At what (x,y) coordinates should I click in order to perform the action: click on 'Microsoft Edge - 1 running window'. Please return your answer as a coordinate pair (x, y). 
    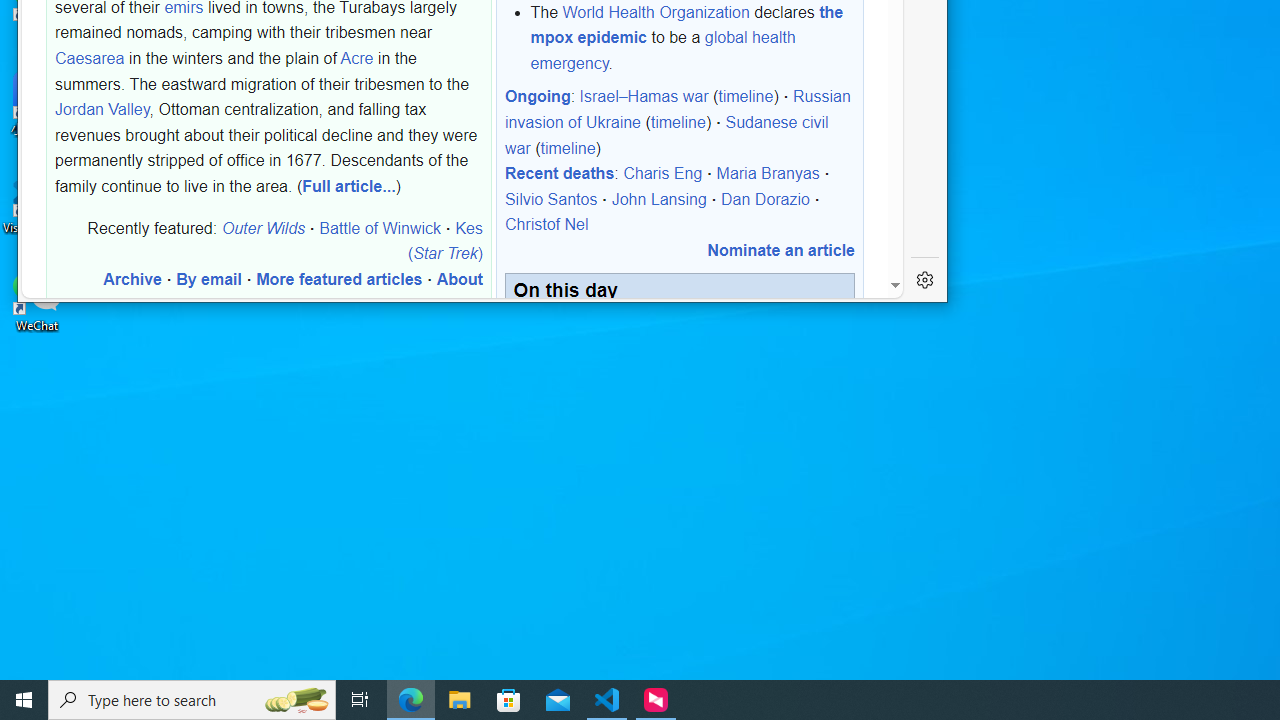
    Looking at the image, I should click on (410, 698).